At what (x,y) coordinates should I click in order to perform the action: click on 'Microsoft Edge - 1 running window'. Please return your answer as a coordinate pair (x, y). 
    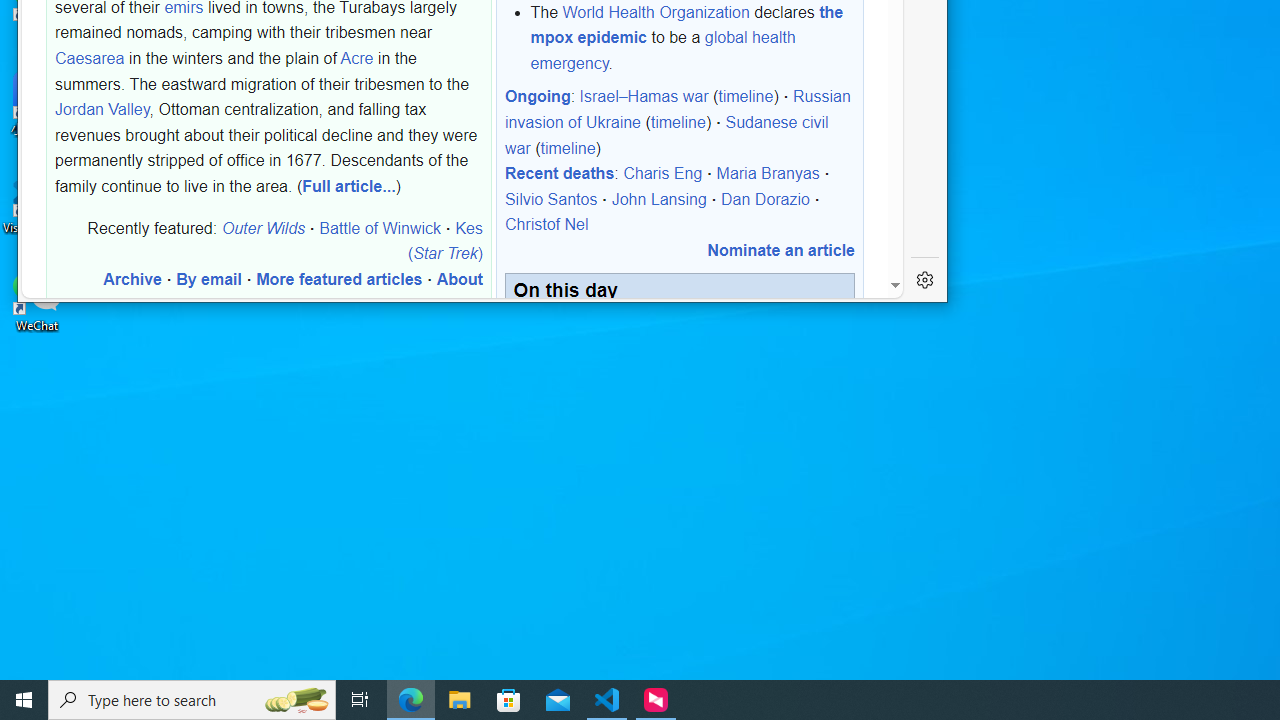
    Looking at the image, I should click on (410, 698).